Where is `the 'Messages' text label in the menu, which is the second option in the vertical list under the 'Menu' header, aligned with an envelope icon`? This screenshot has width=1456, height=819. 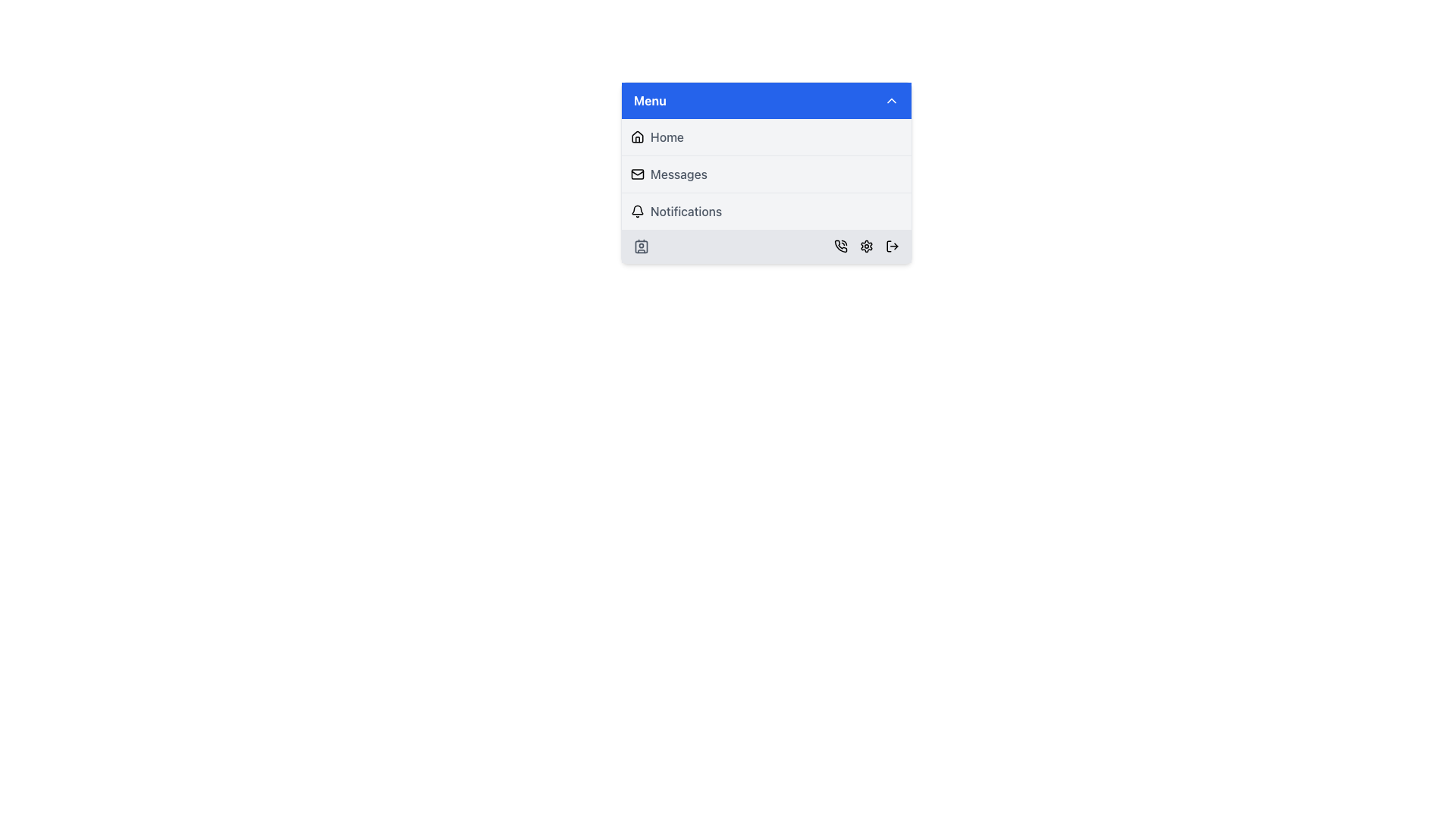
the 'Messages' text label in the menu, which is the second option in the vertical list under the 'Menu' header, aligned with an envelope icon is located at coordinates (678, 174).